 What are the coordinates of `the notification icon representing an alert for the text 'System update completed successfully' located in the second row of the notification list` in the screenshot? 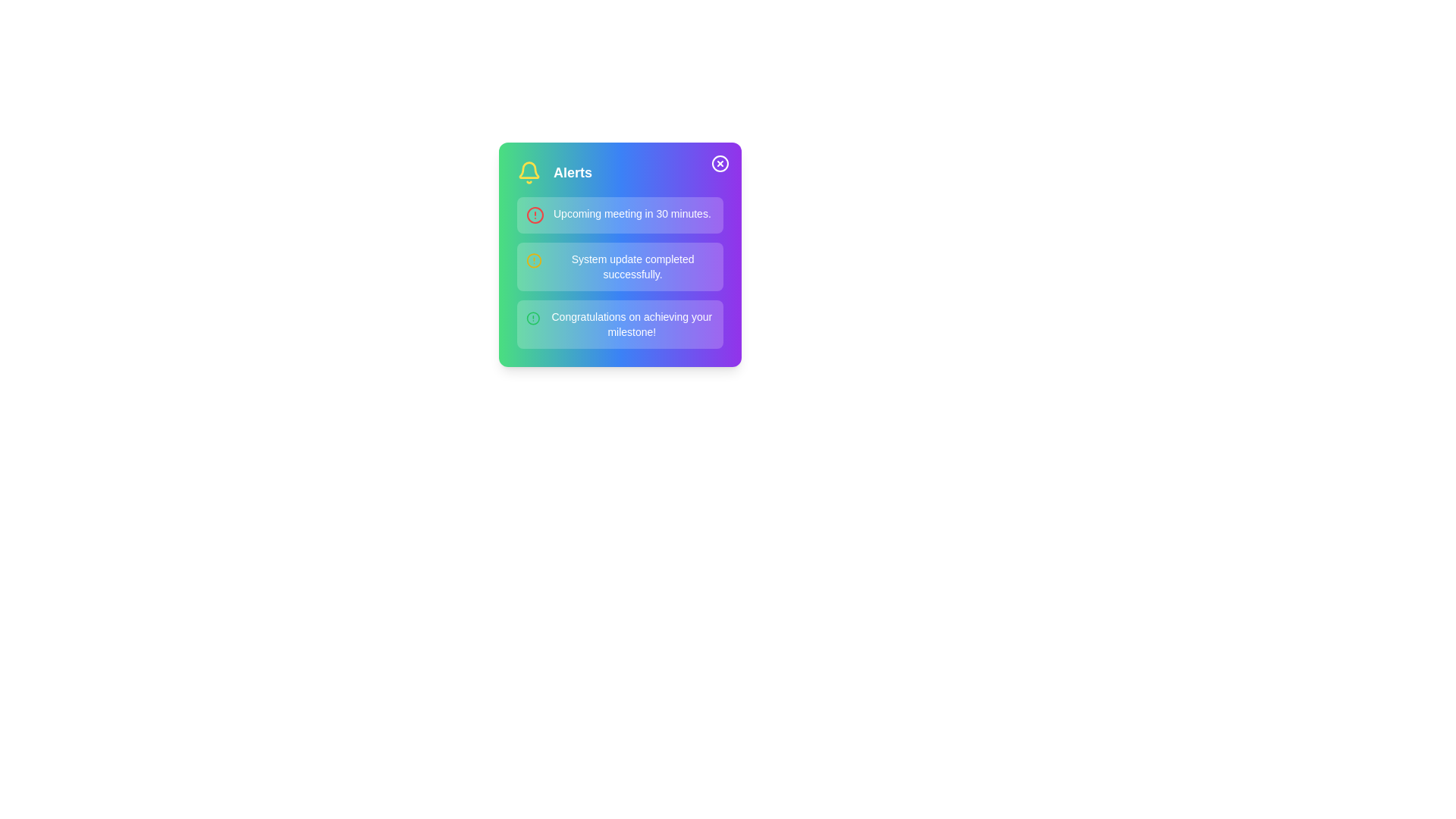 It's located at (534, 259).